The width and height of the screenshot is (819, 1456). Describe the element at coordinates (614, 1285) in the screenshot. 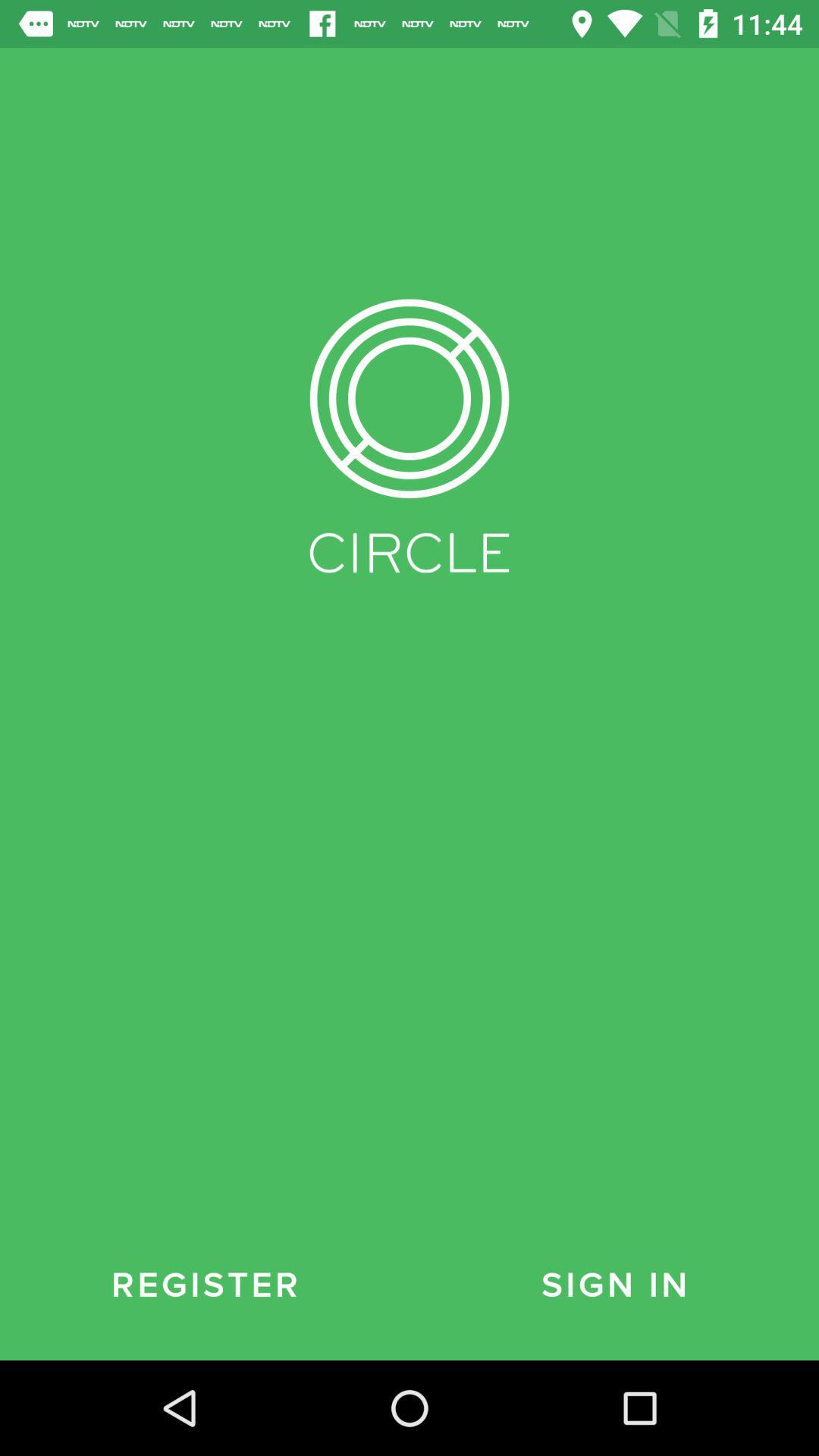

I see `the item next to register` at that location.